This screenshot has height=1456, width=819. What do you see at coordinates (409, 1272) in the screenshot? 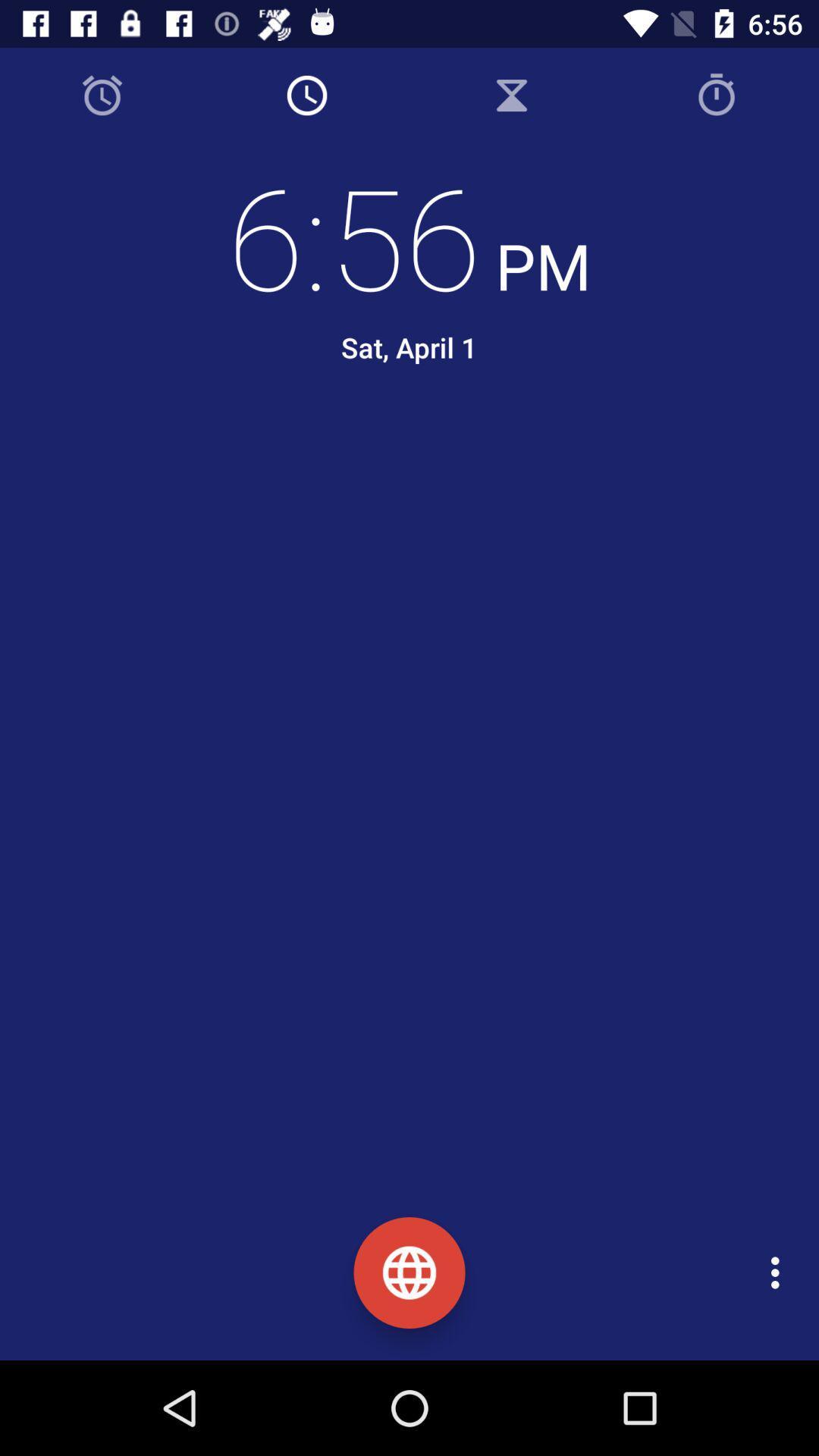
I see `the globe icon` at bounding box center [409, 1272].